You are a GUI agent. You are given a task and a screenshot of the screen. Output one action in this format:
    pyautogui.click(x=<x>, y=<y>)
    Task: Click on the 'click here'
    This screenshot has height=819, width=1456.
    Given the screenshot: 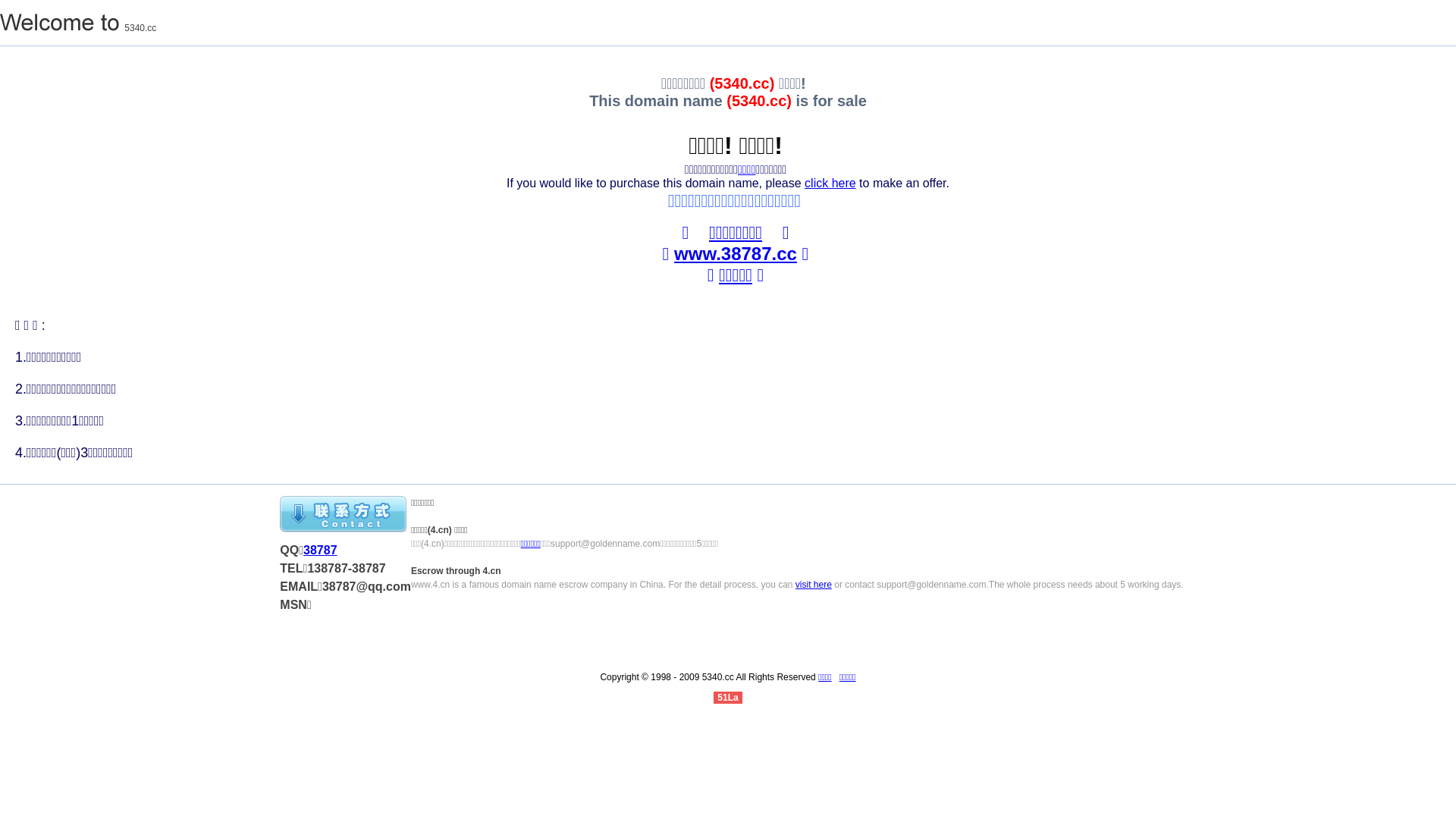 What is the action you would take?
    pyautogui.click(x=829, y=184)
    